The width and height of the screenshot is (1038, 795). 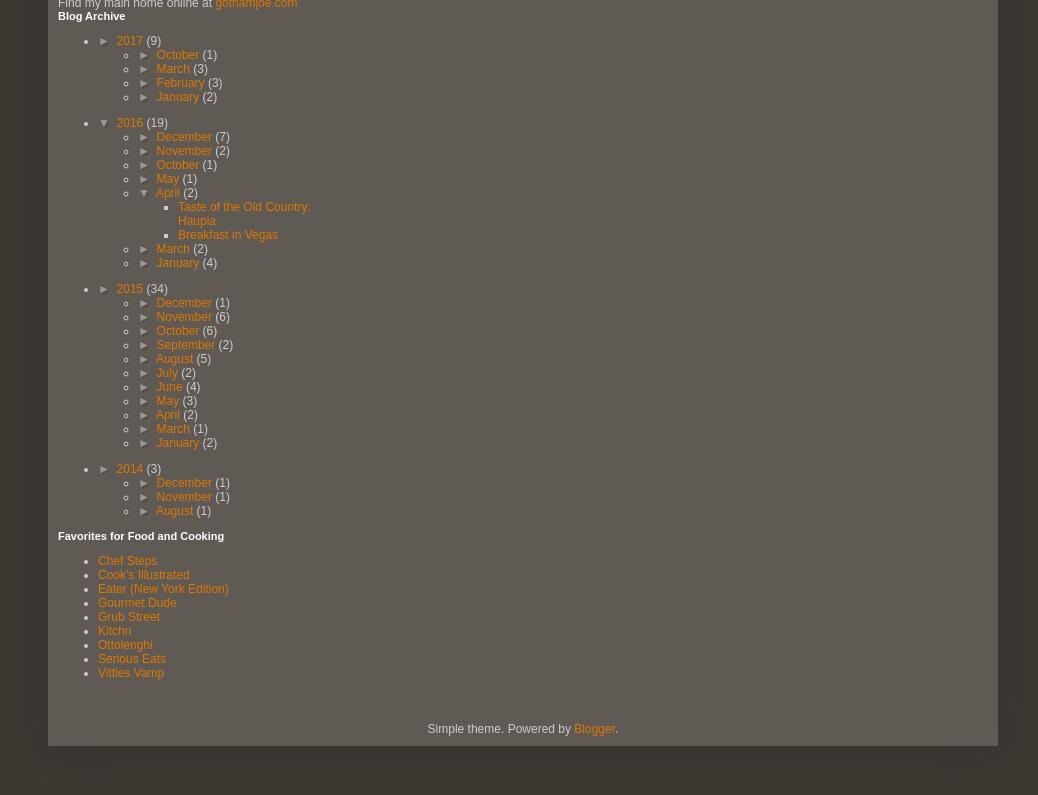 I want to click on '(9)', so click(x=152, y=39).